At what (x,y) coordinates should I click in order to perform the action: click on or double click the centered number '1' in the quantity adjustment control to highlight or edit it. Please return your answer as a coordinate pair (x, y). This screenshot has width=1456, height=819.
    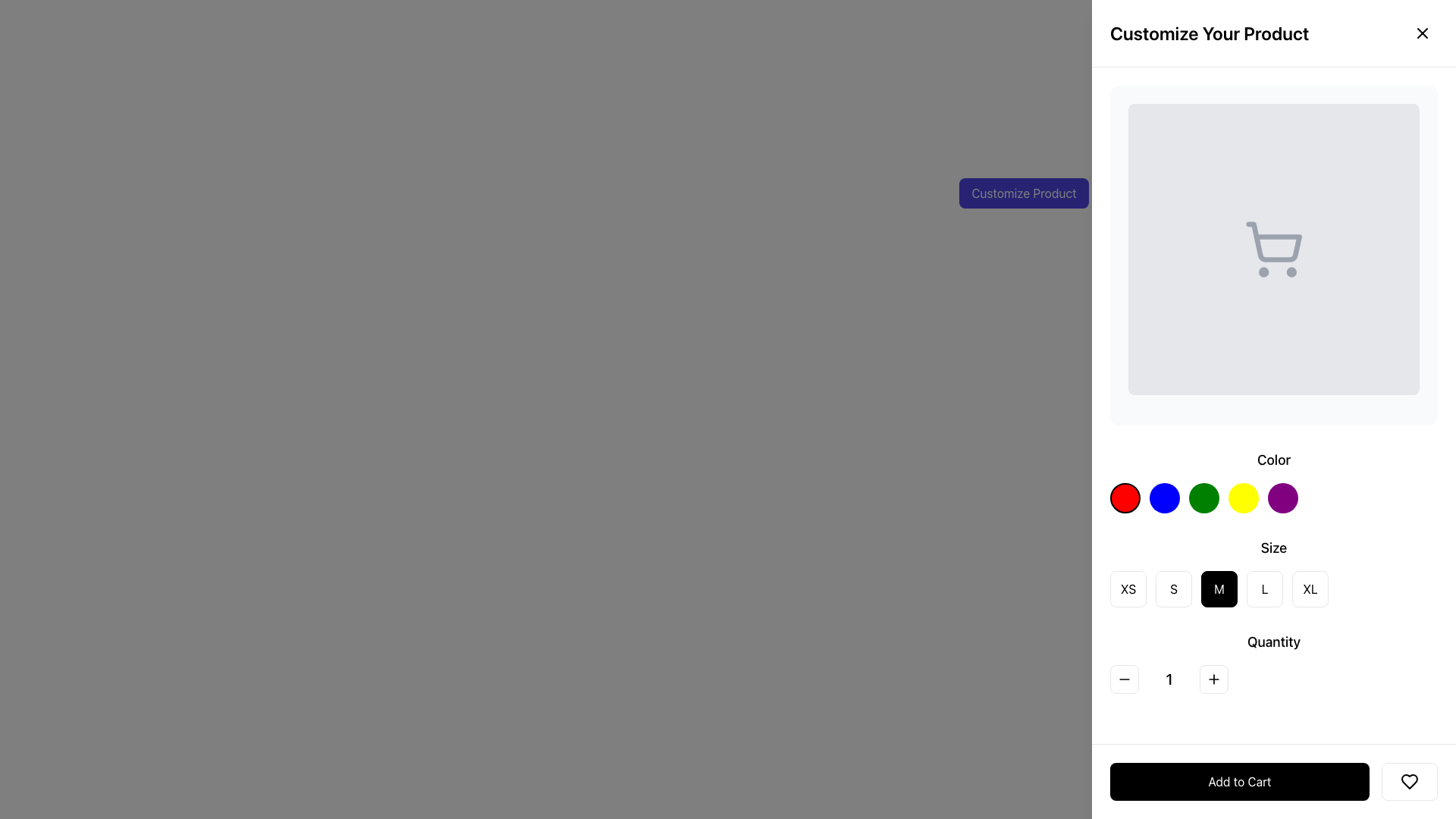
    Looking at the image, I should click on (1274, 678).